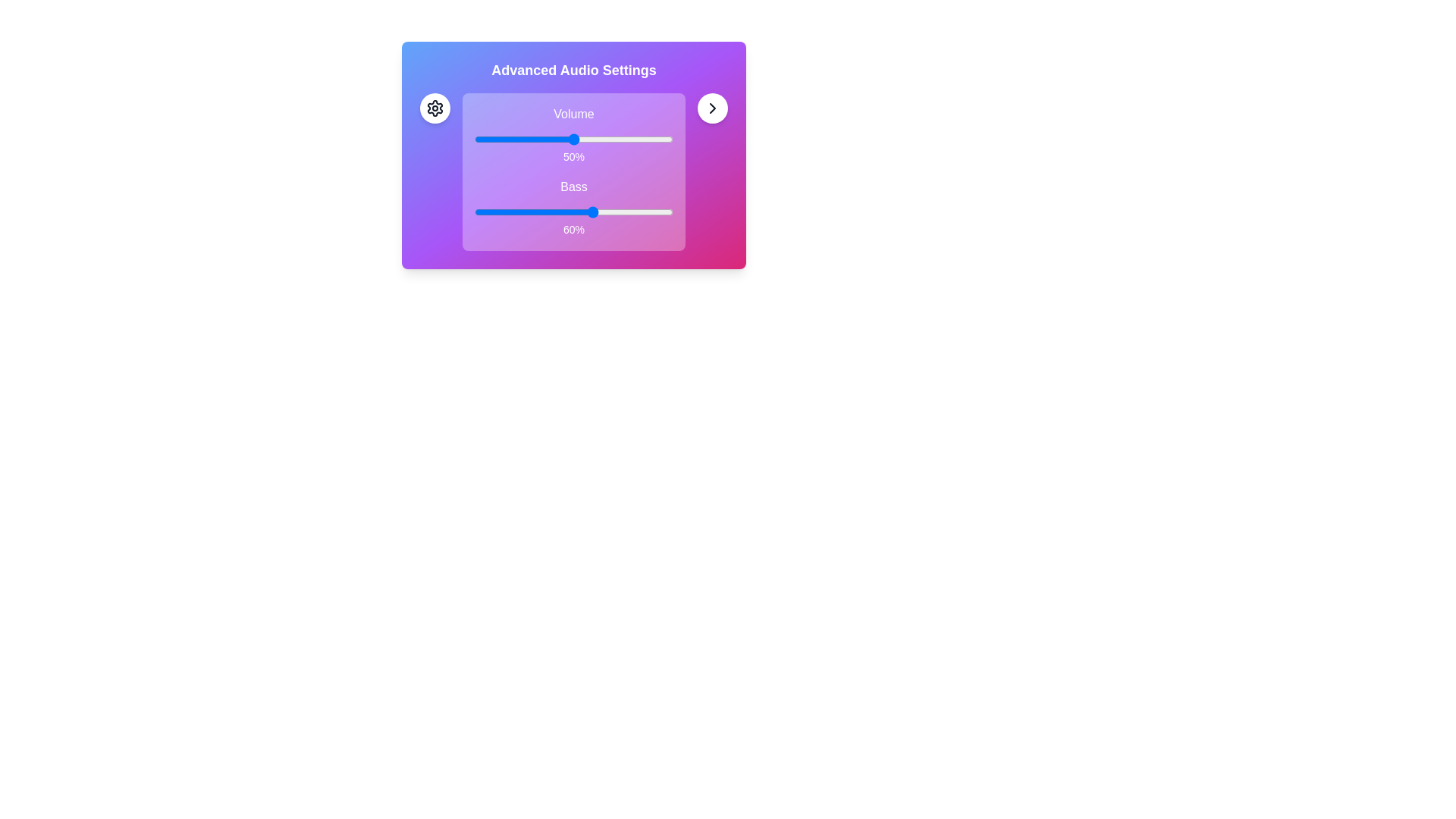 The image size is (1456, 819). Describe the element at coordinates (667, 140) in the screenshot. I see `the volume slider to set the volume to 97%` at that location.